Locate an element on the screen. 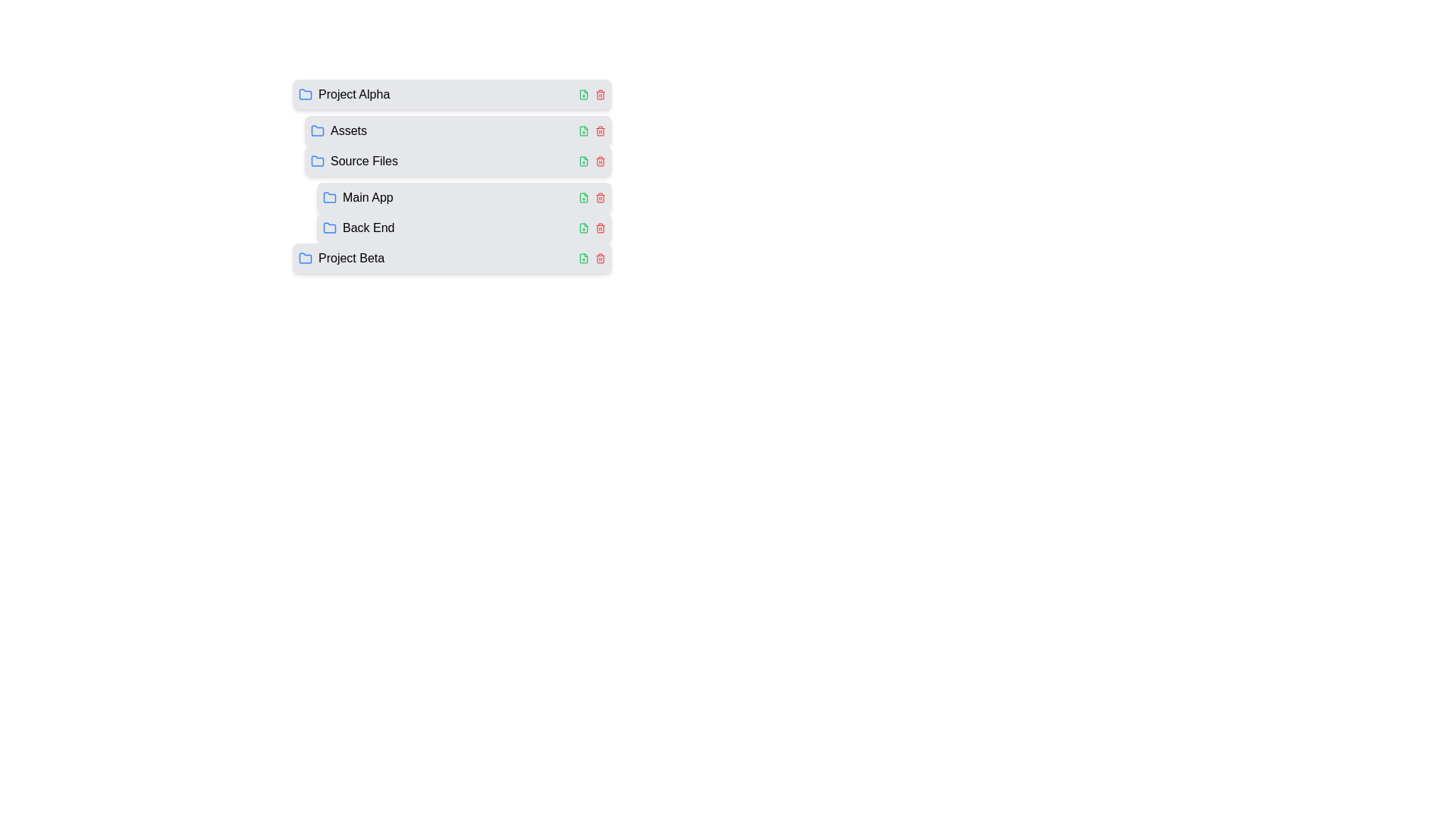  the folder icon located to the left of the 'Source Files' label, which serves as a visual indicator of a directory is located at coordinates (316, 161).